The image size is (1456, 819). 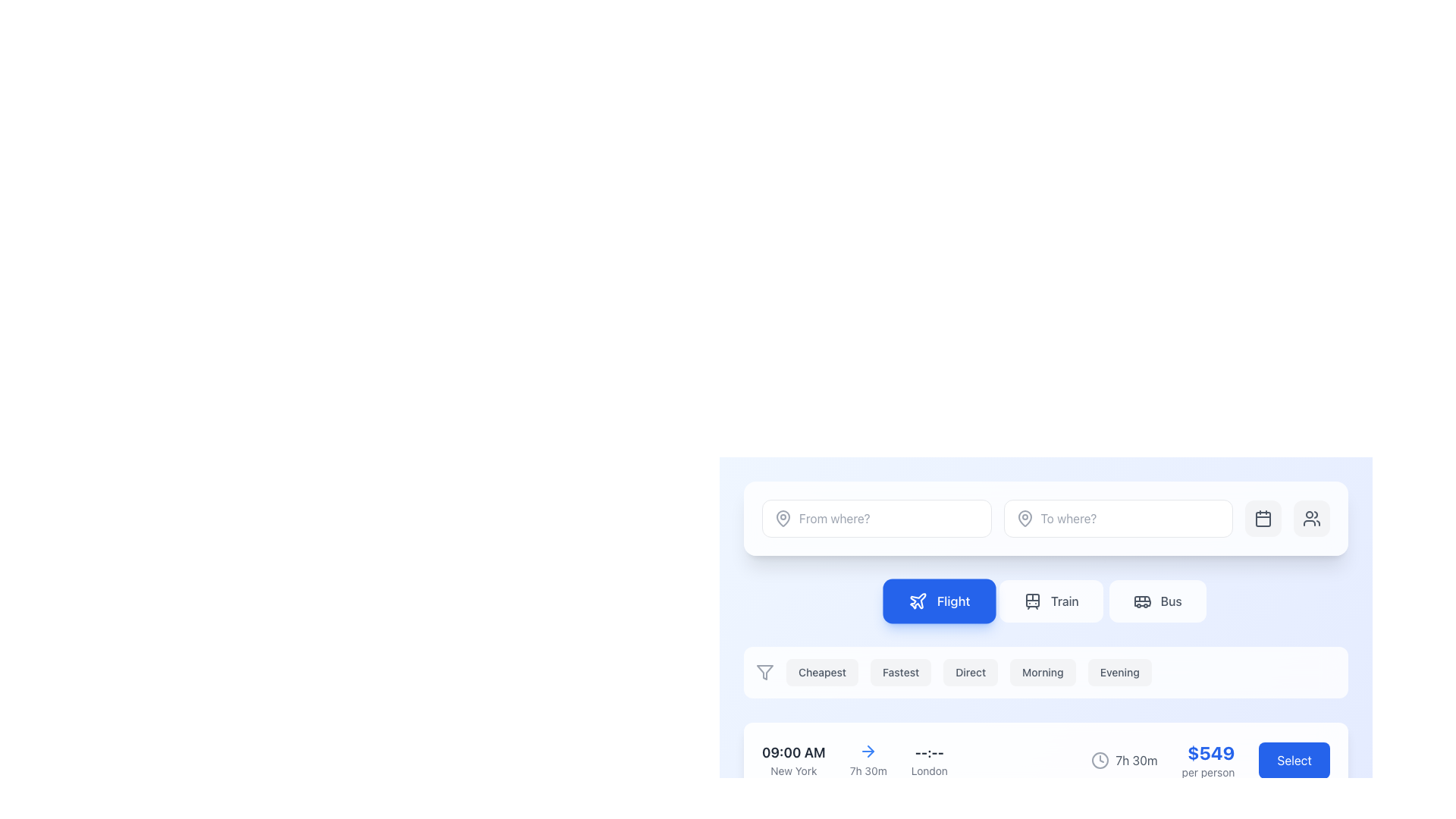 I want to click on the static text label displaying 'London', which is styled in a smaller faded gray font and located below a larger text in a travel-related information section, so click(x=928, y=771).